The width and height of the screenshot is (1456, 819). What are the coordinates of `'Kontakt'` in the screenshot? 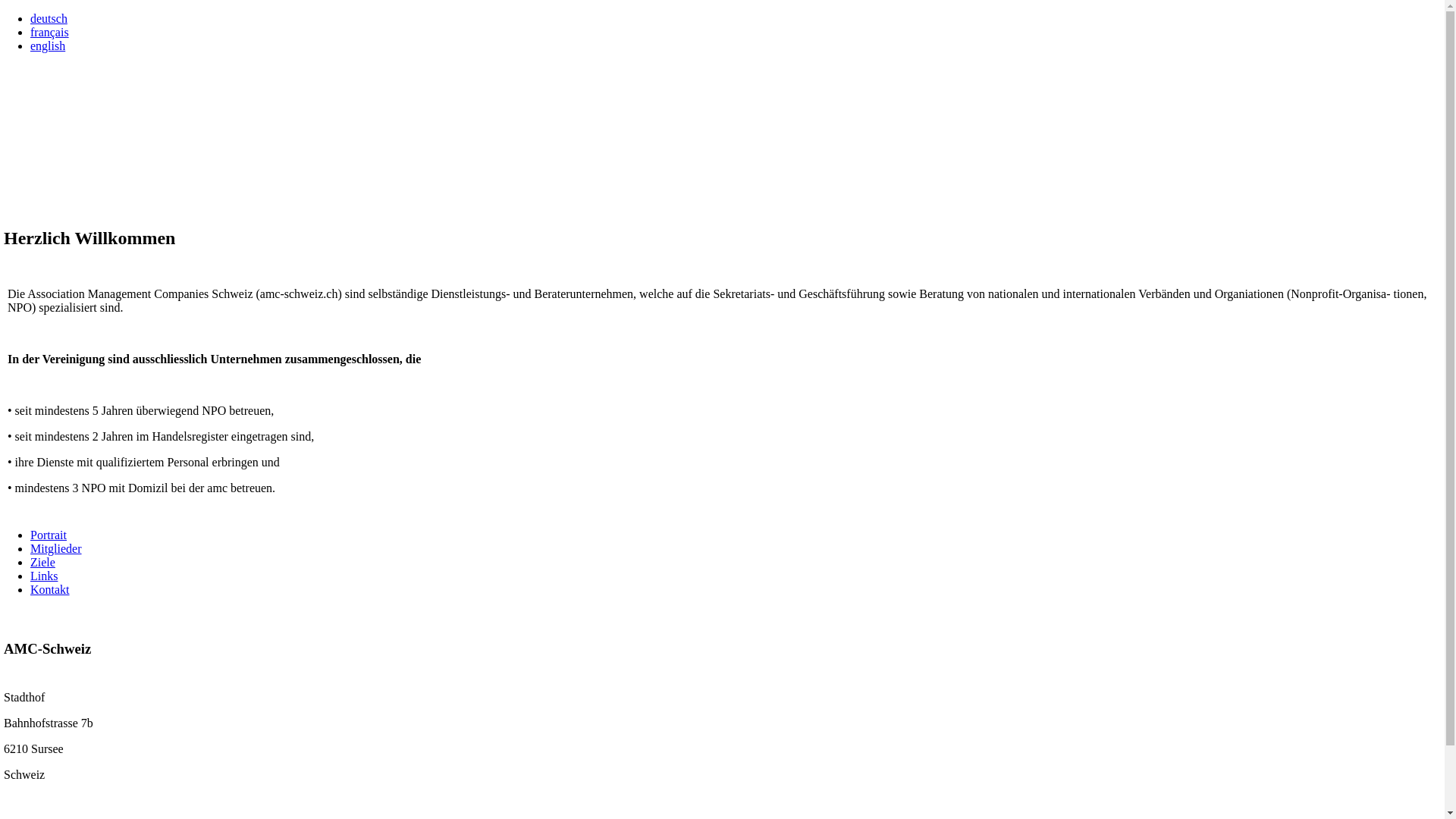 It's located at (50, 588).